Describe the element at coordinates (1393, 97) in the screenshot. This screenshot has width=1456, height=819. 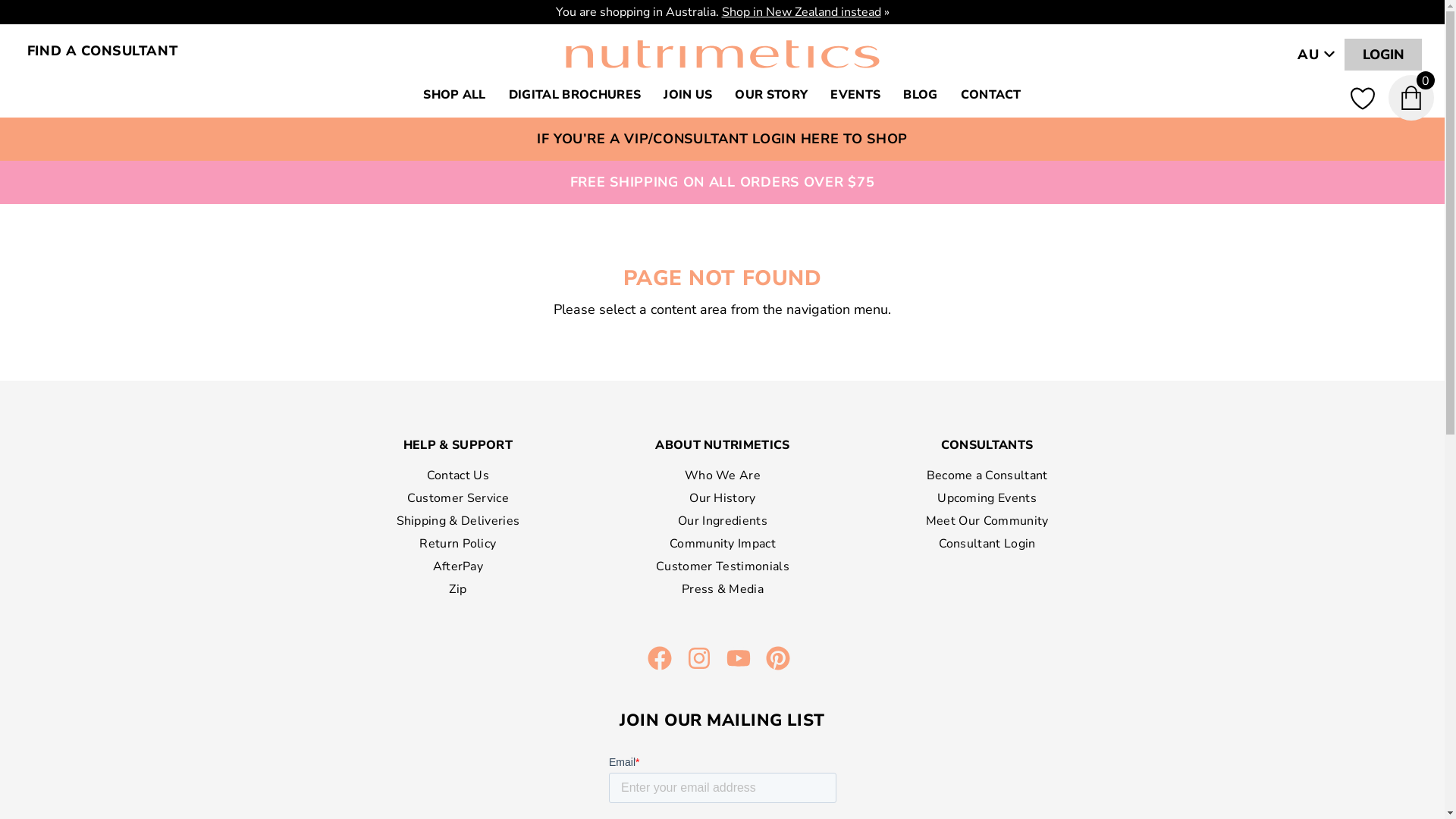
I see `'0'` at that location.